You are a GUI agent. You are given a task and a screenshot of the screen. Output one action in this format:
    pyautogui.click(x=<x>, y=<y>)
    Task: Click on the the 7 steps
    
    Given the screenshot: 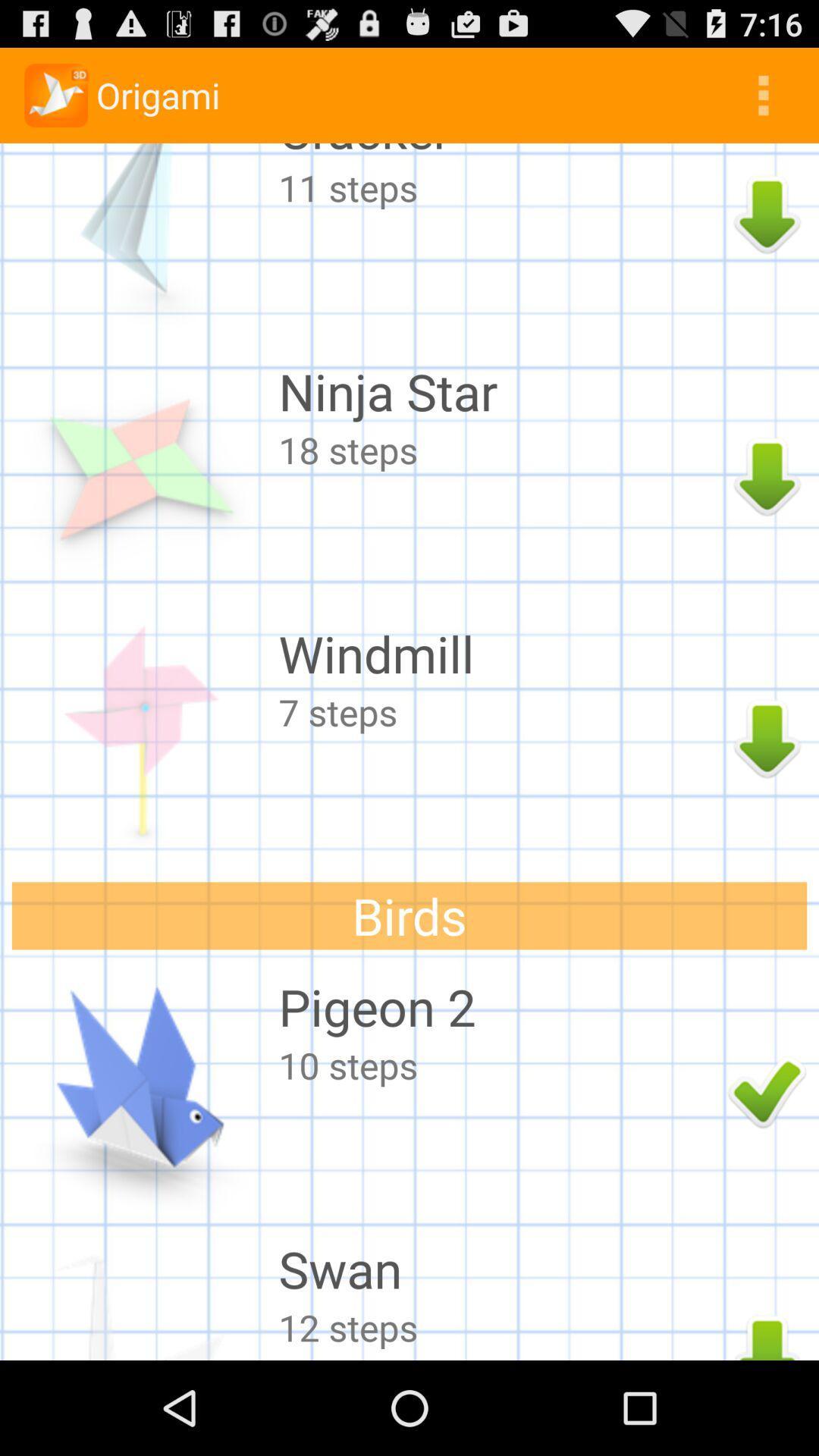 What is the action you would take?
    pyautogui.click(x=499, y=711)
    